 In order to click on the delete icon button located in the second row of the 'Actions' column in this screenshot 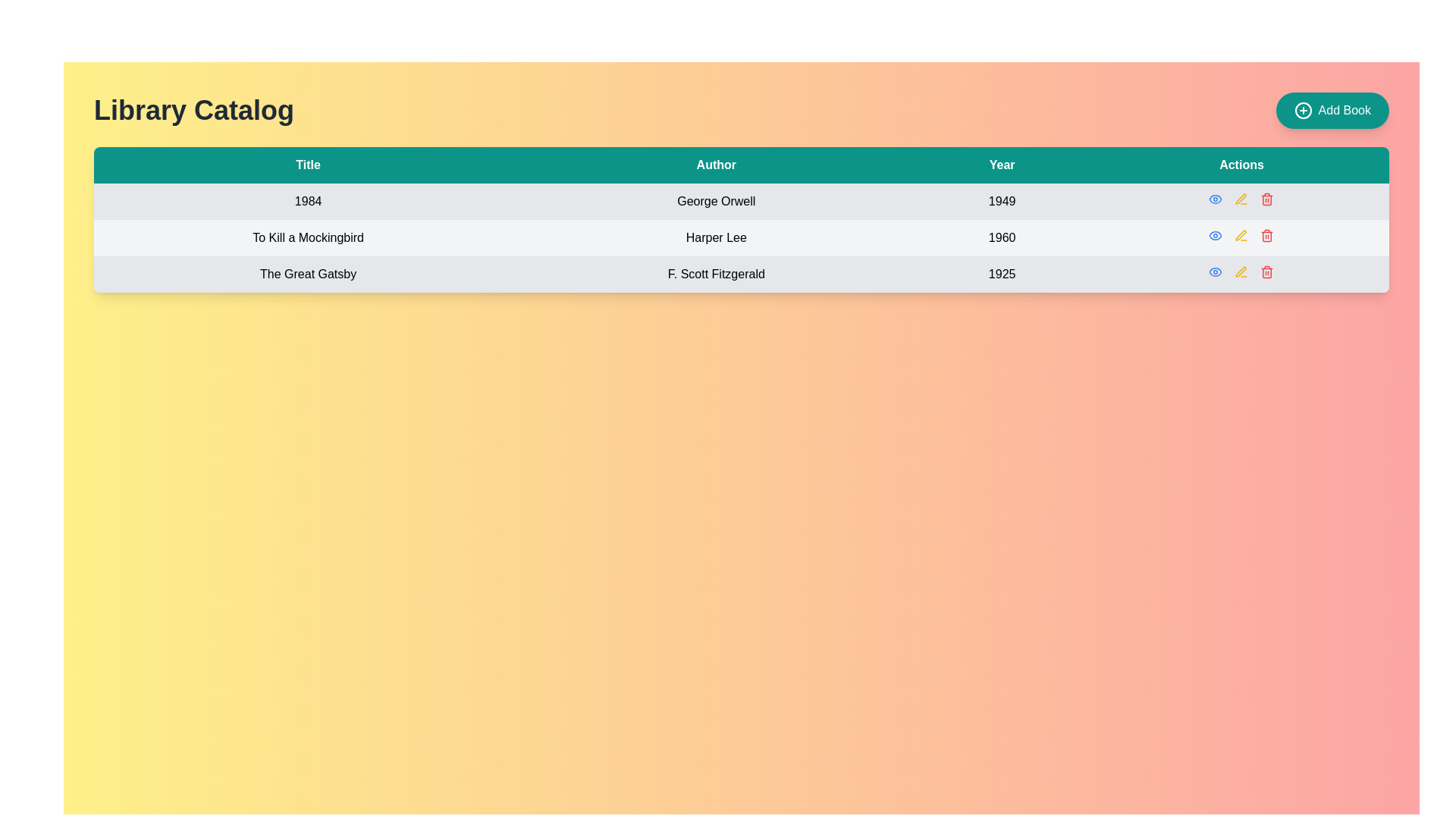, I will do `click(1267, 236)`.